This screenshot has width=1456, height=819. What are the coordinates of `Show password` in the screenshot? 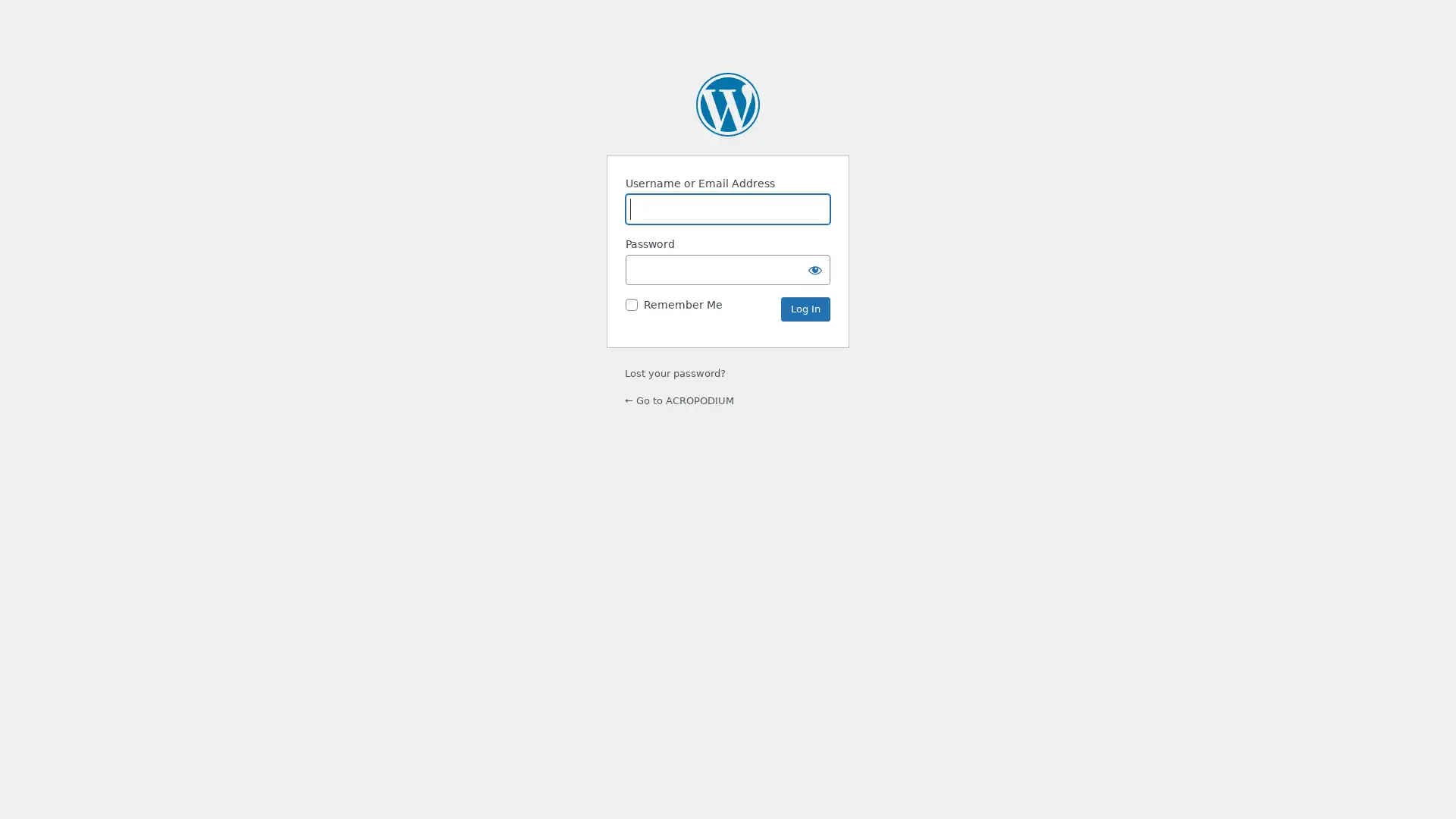 It's located at (814, 268).